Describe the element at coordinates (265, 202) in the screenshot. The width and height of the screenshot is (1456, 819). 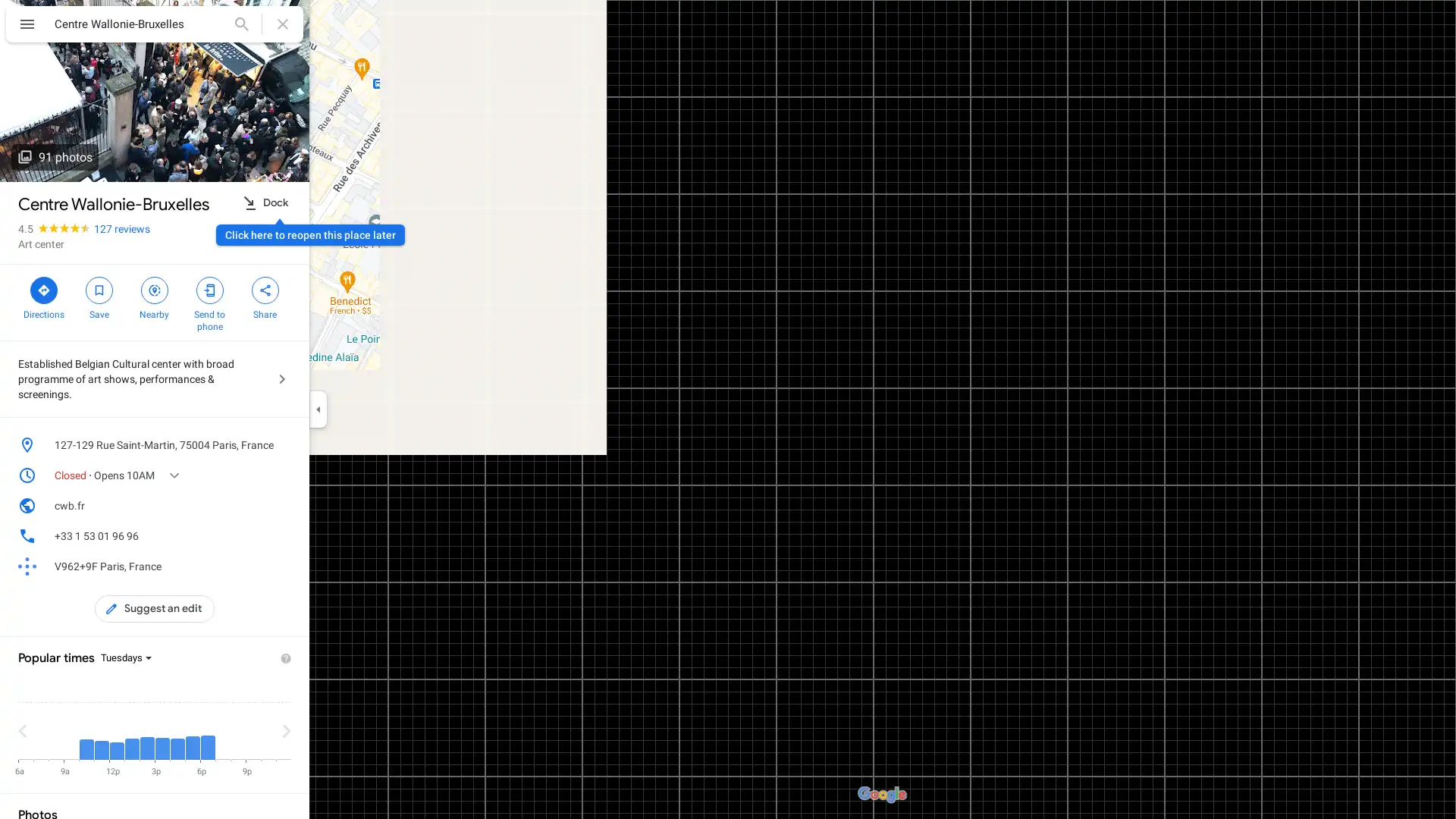
I see `Dock` at that location.